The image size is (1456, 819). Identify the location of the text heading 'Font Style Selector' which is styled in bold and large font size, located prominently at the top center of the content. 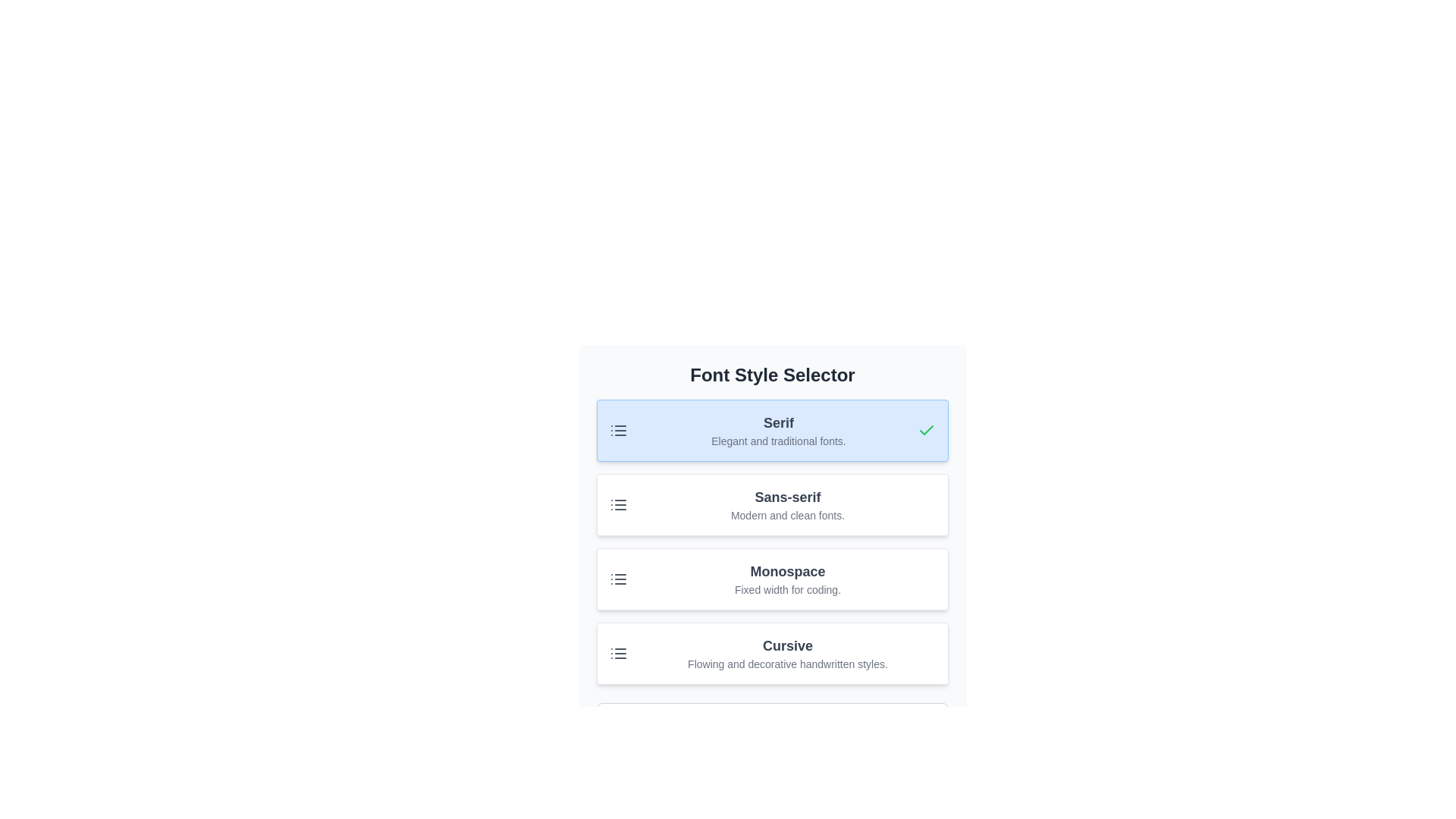
(772, 375).